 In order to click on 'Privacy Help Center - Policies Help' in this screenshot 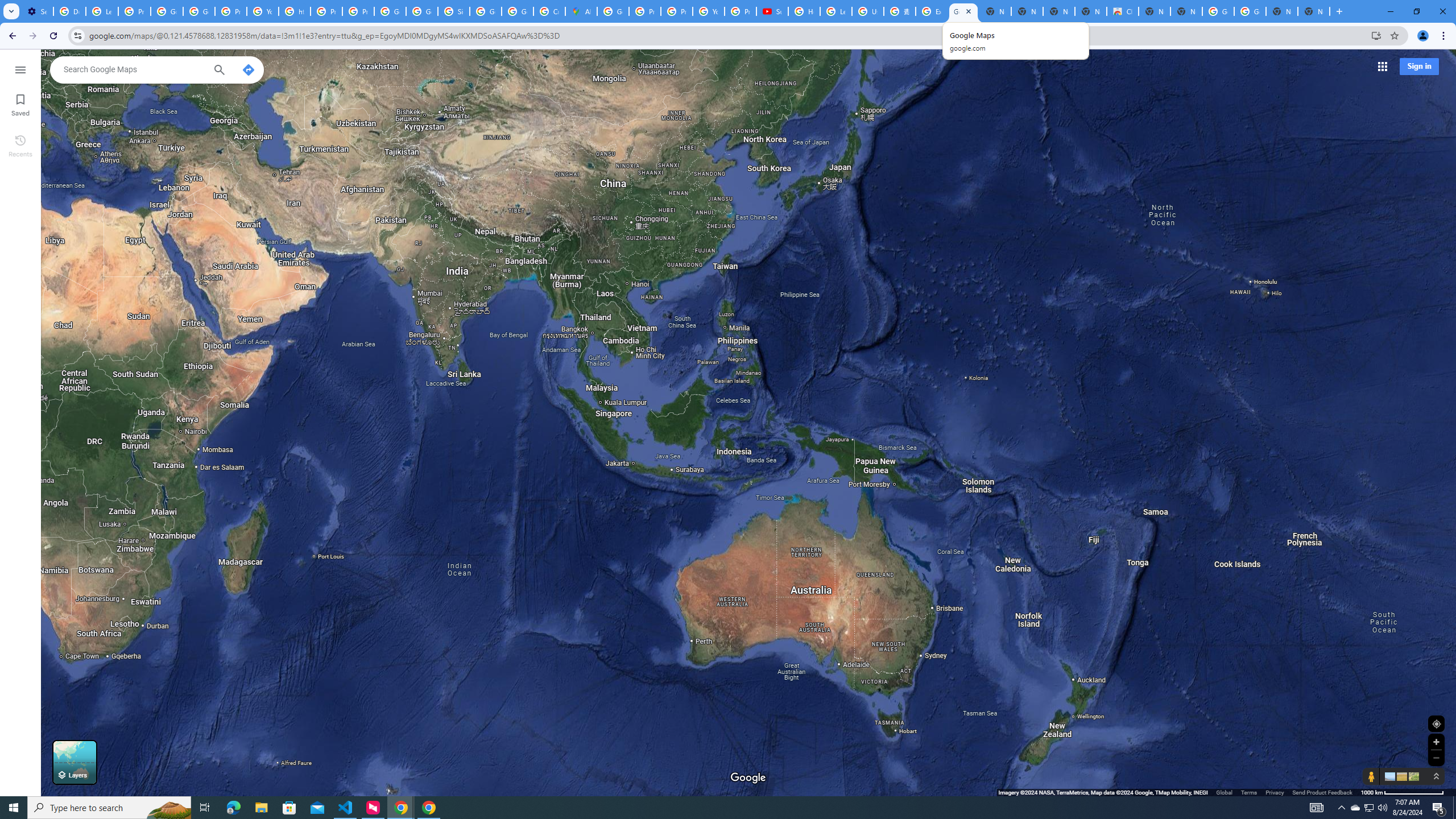, I will do `click(676, 11)`.